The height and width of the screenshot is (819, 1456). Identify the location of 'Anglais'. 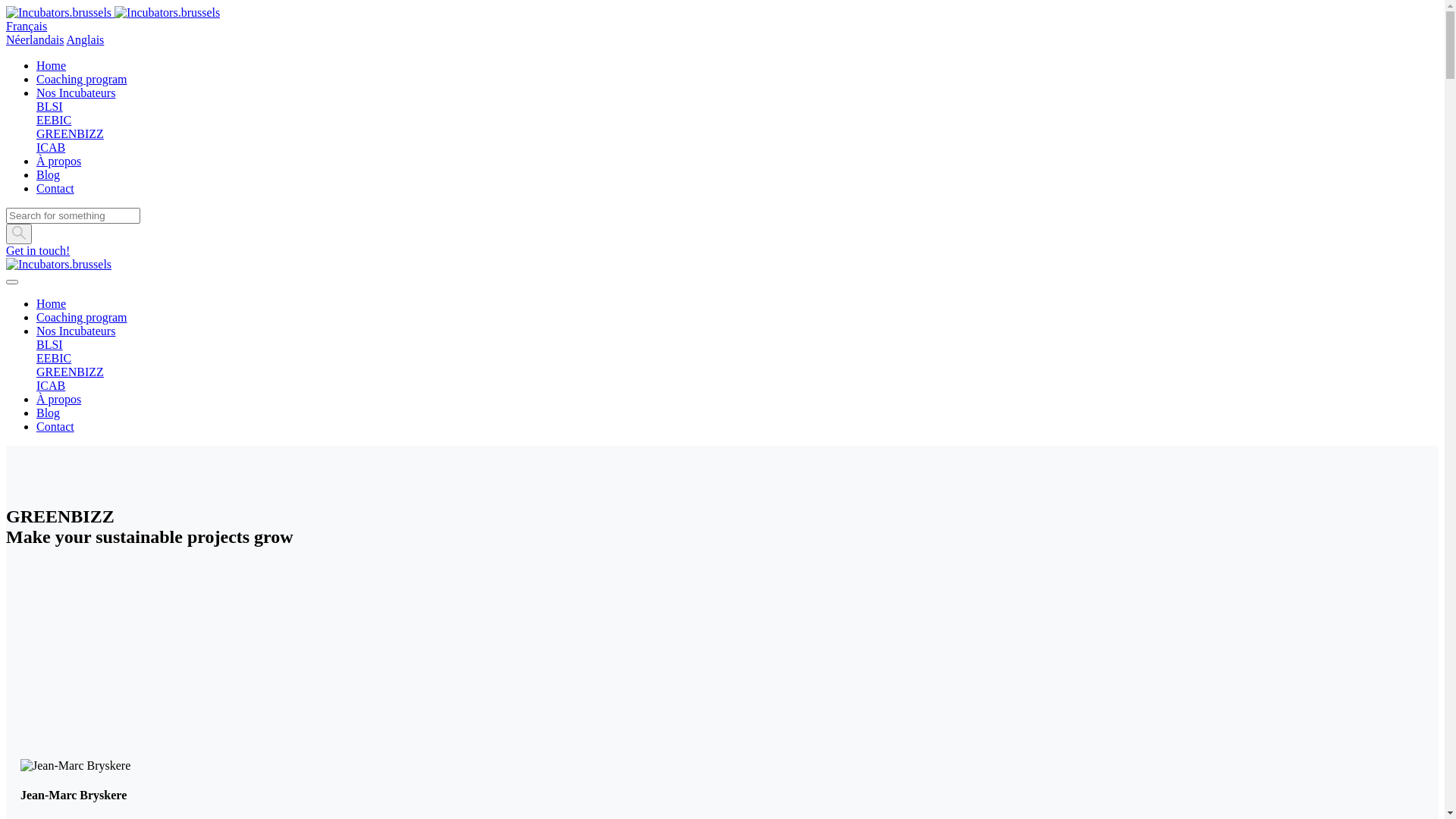
(65, 39).